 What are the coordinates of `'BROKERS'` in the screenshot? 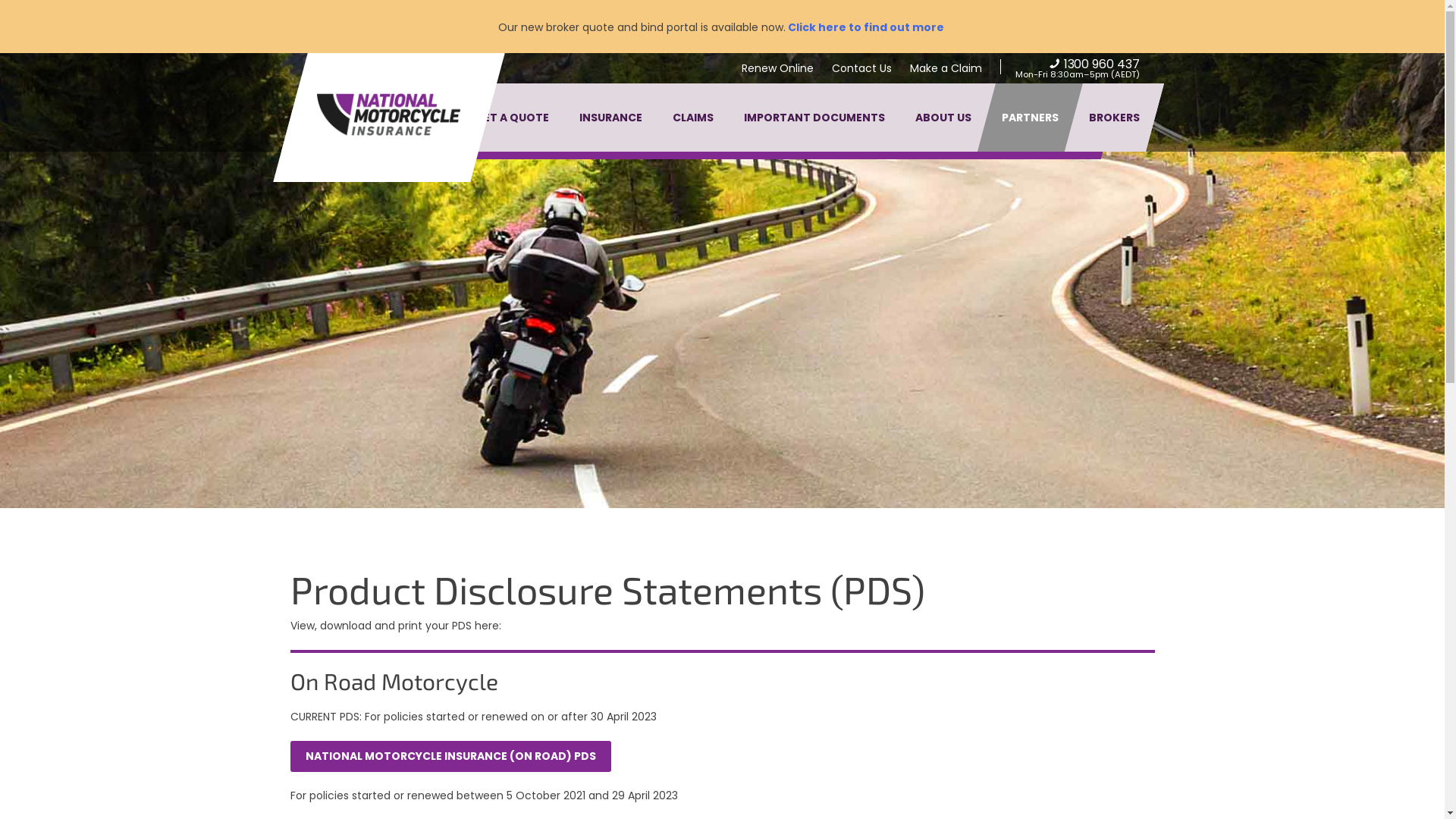 It's located at (1114, 116).